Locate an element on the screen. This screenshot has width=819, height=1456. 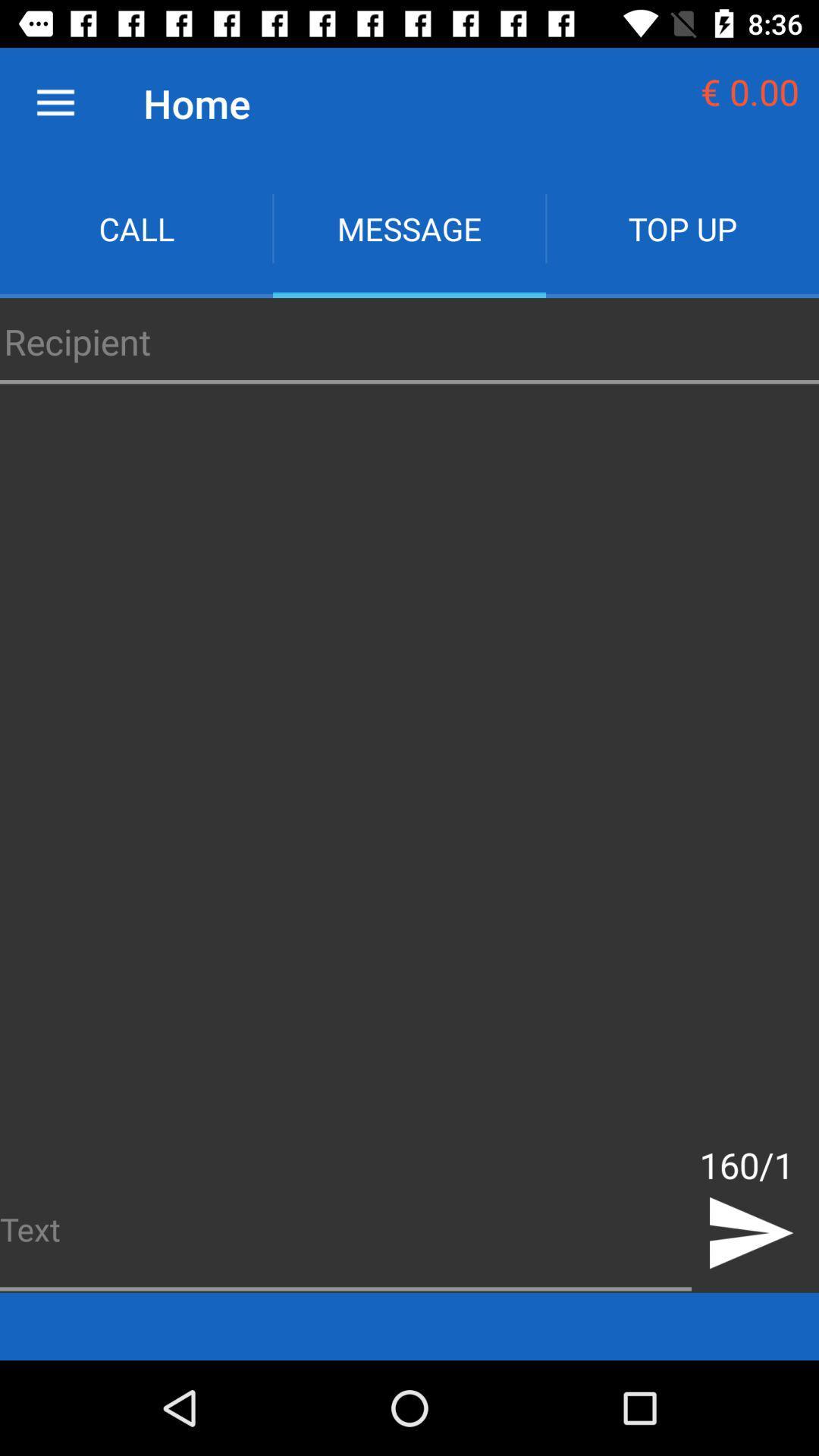
the app next to the message icon is located at coordinates (136, 227).